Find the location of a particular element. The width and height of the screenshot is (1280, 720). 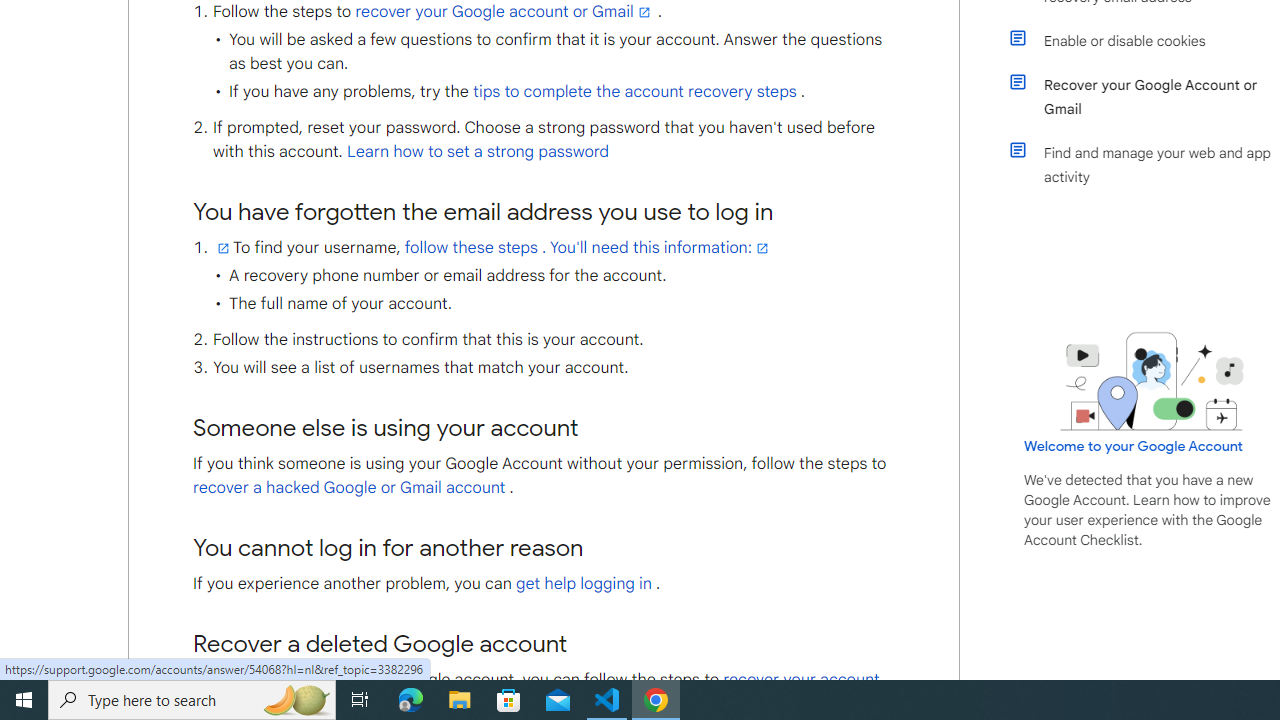

'Learn how to set a strong password' is located at coordinates (477, 150).